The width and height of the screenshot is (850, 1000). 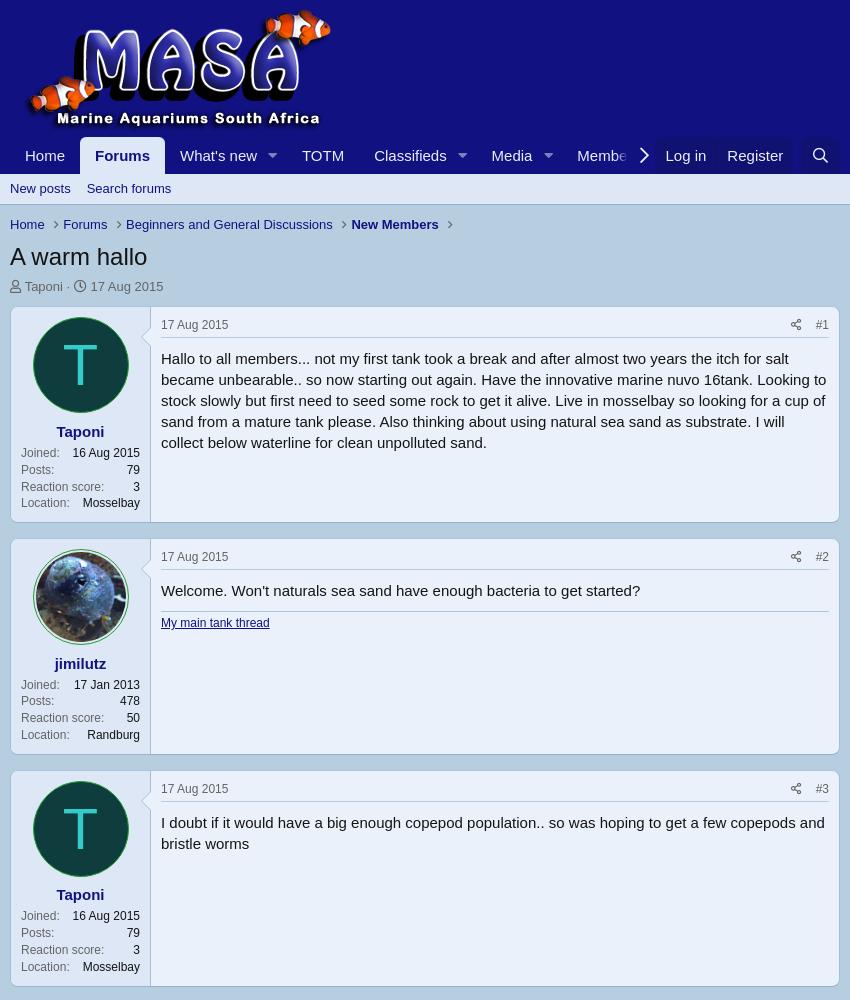 I want to click on 'I doubt if it would have a big enough copepod population.. so was hoping to get a few copepods and bristle worms', so click(x=492, y=831).